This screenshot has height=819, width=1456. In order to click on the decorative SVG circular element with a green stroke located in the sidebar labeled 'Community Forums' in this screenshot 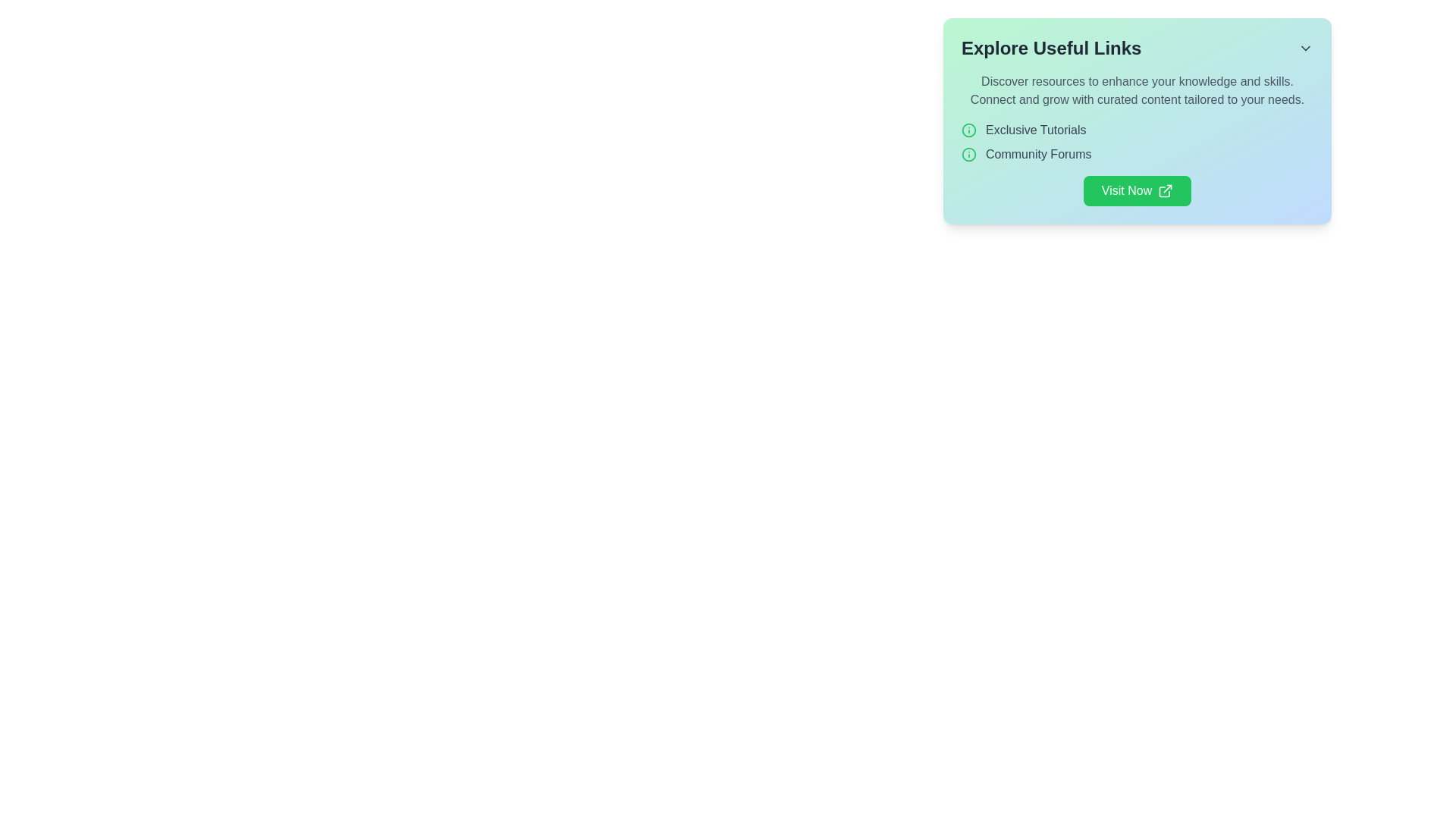, I will do `click(968, 130)`.